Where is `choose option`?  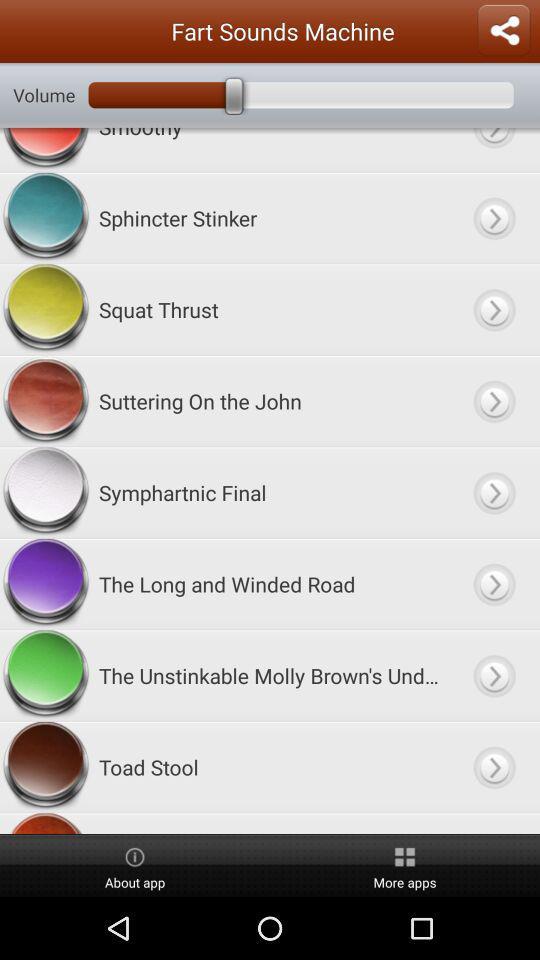
choose option is located at coordinates (493, 491).